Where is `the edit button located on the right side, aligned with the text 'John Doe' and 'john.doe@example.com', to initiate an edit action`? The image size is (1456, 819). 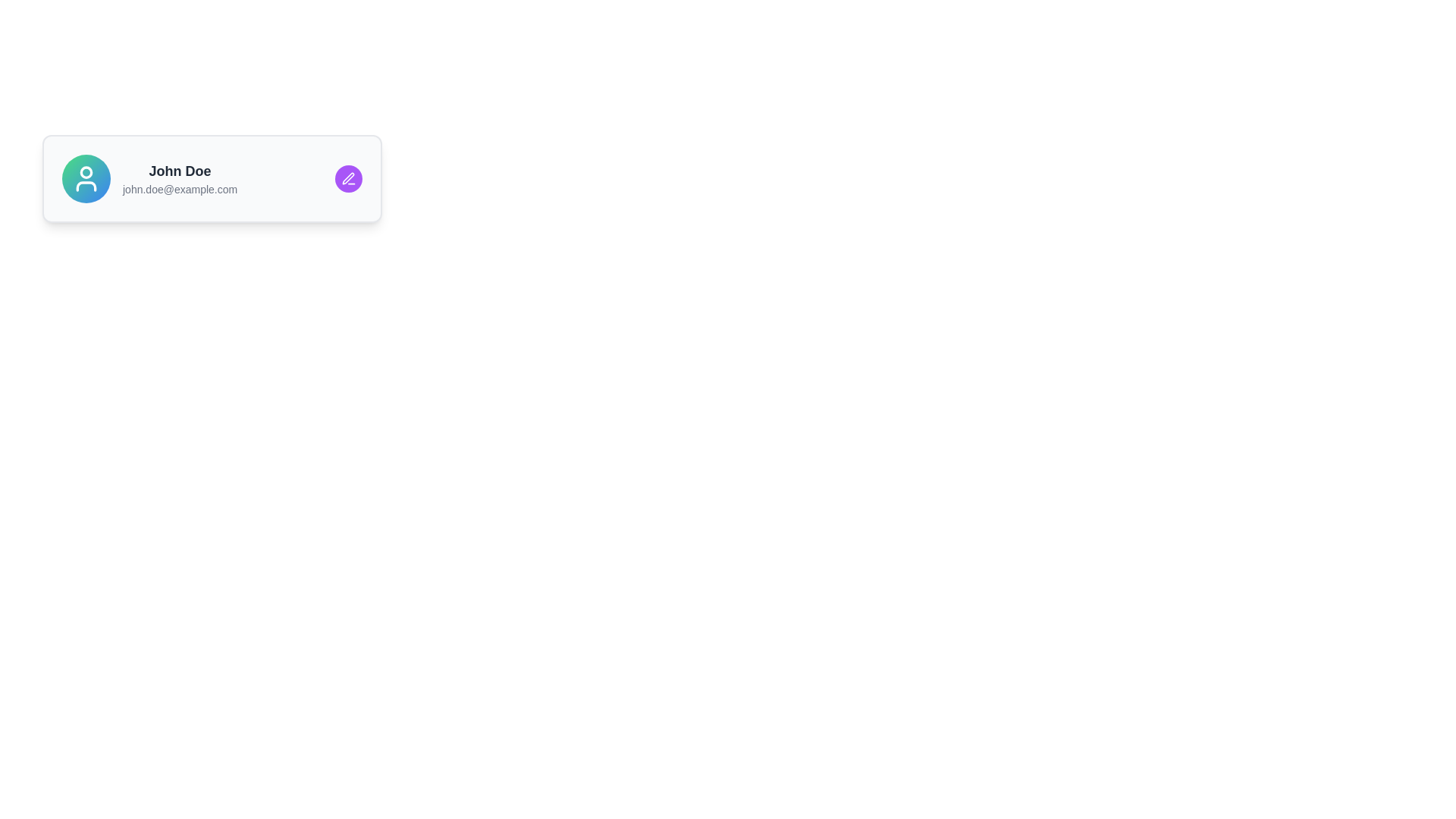
the edit button located on the right side, aligned with the text 'John Doe' and 'john.doe@example.com', to initiate an edit action is located at coordinates (348, 177).